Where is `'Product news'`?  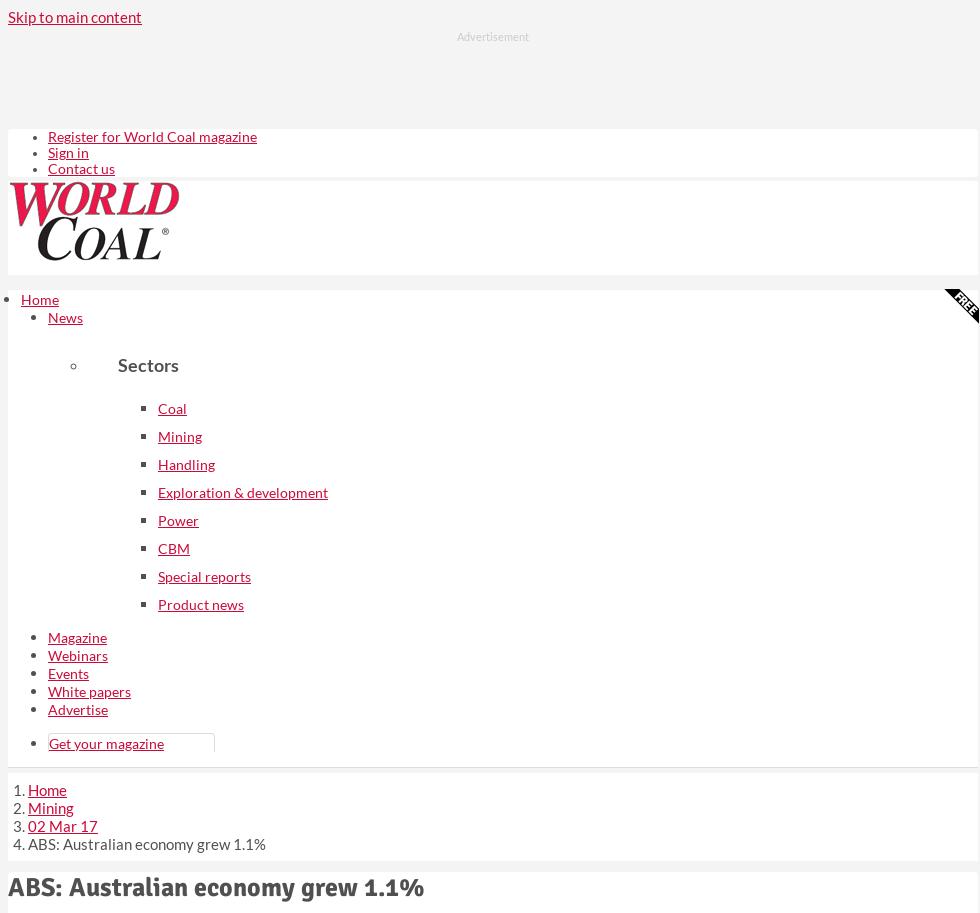
'Product news' is located at coordinates (200, 603).